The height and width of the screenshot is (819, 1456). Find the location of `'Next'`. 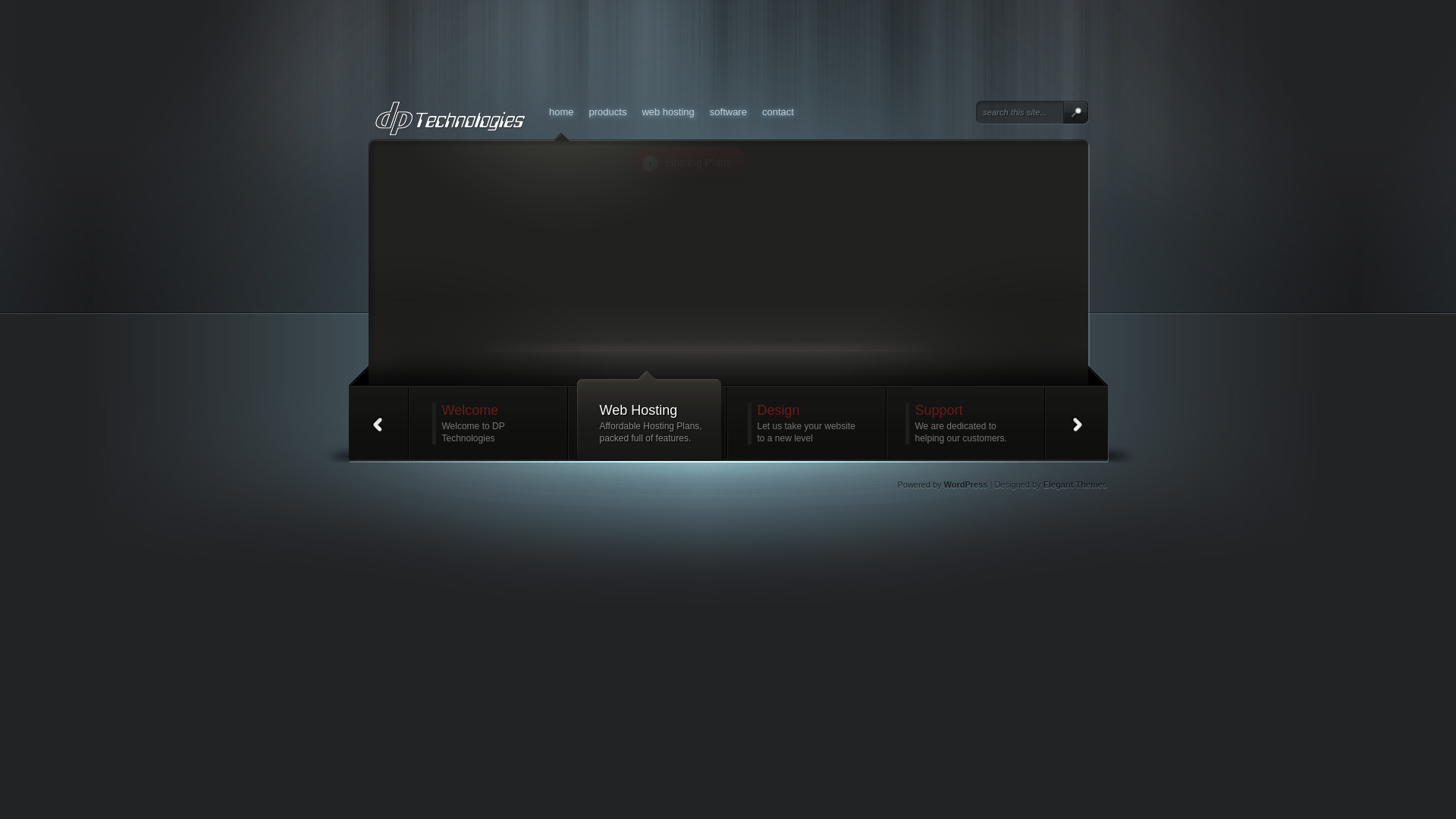

'Next' is located at coordinates (1076, 423).